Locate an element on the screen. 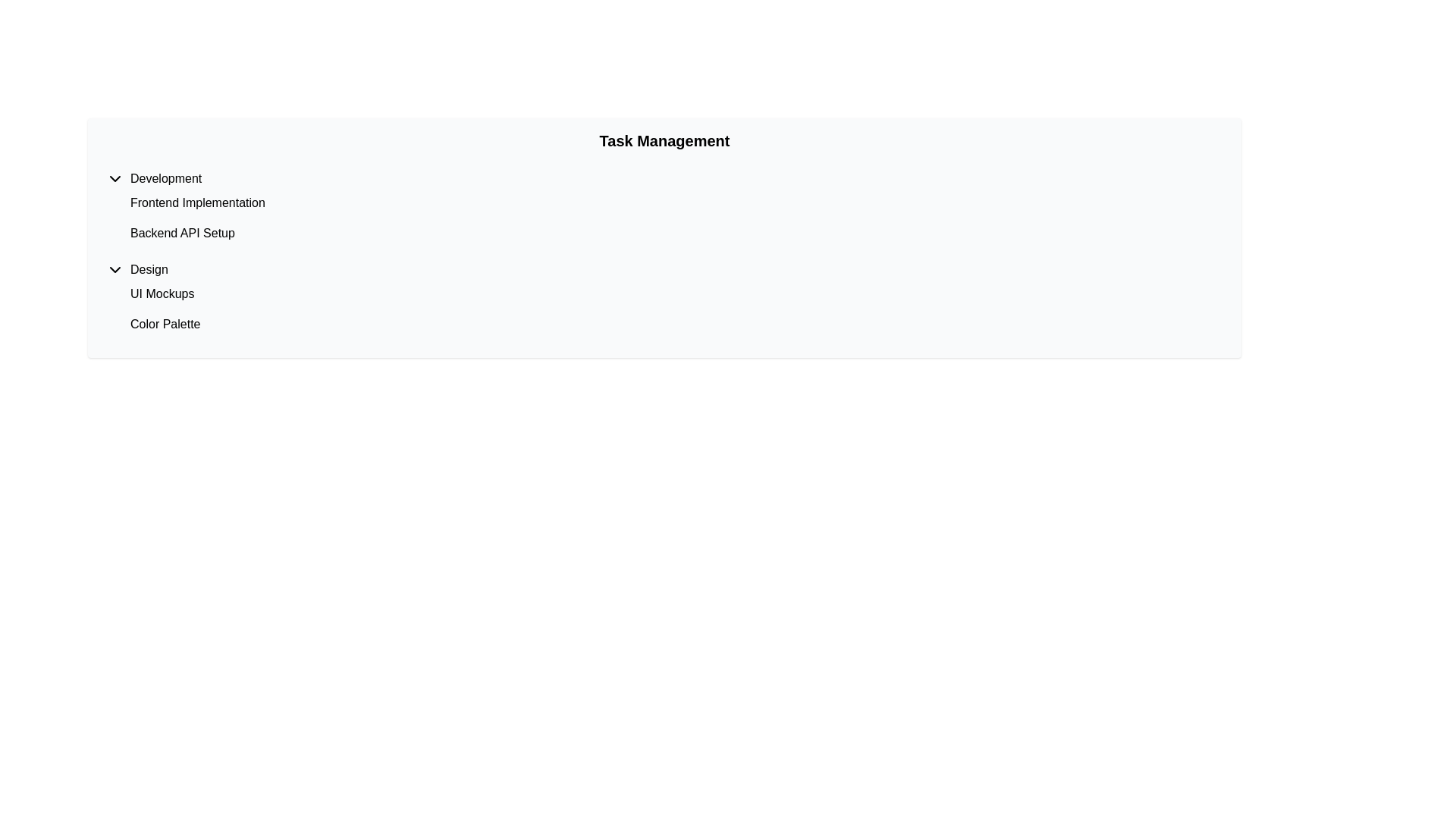  the 'Development' section header text label is located at coordinates (166, 177).